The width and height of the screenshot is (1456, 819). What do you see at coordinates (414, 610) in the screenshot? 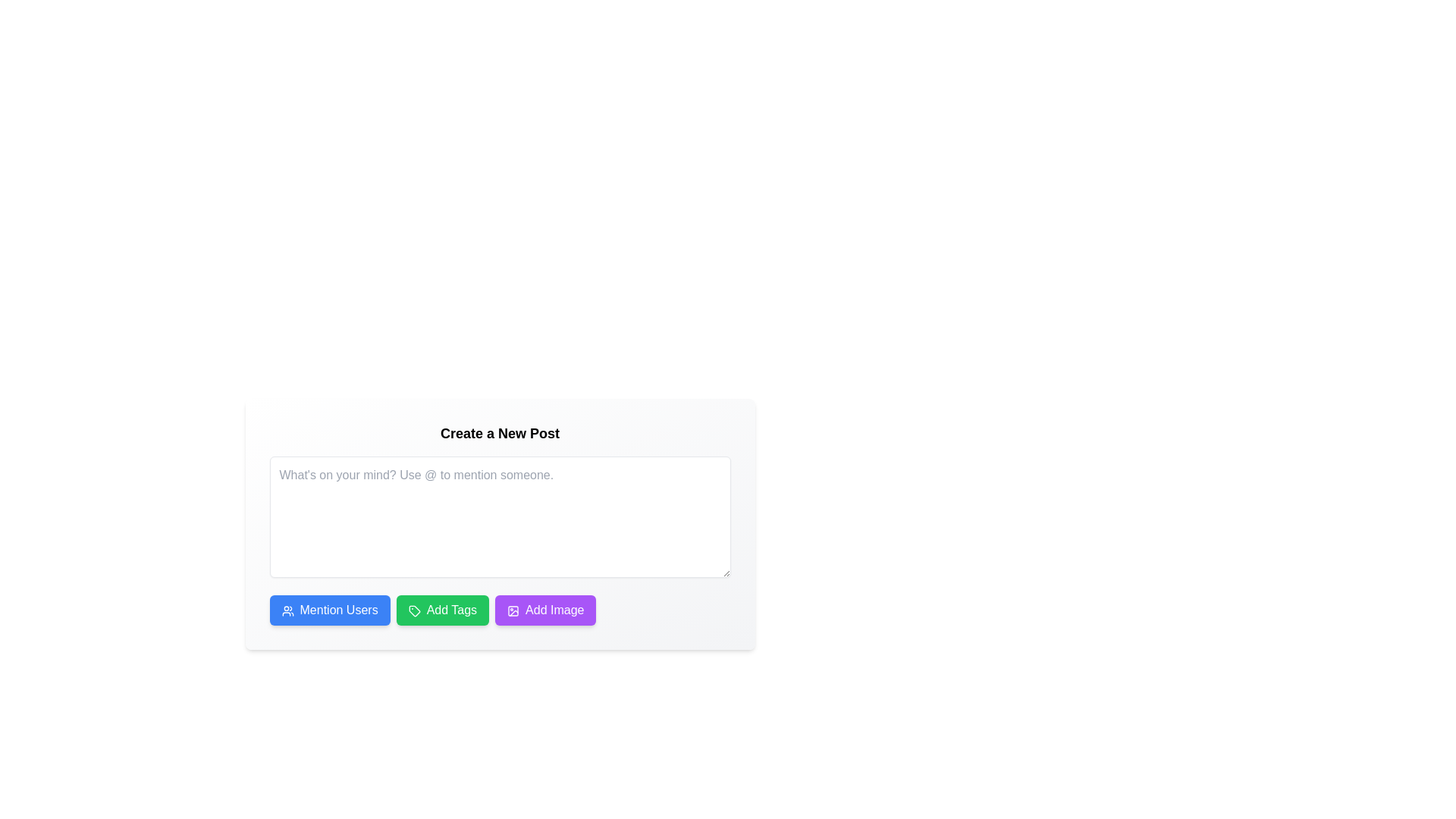
I see `the green tag icon located on the left side of the 'Add Tags' button, which is beneath the 'Create a New Post' text field` at bounding box center [414, 610].